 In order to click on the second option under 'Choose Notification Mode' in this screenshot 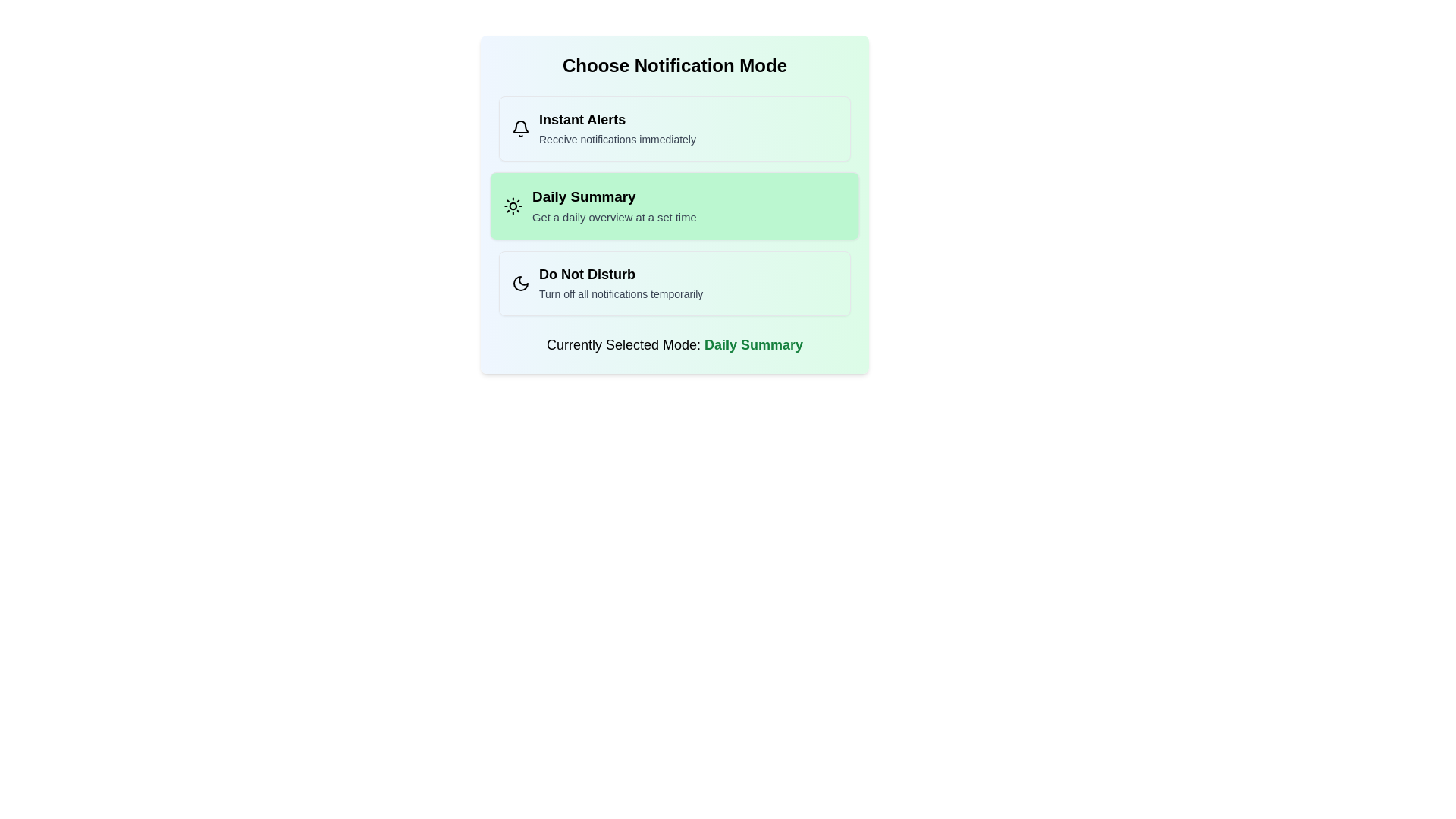, I will do `click(673, 206)`.